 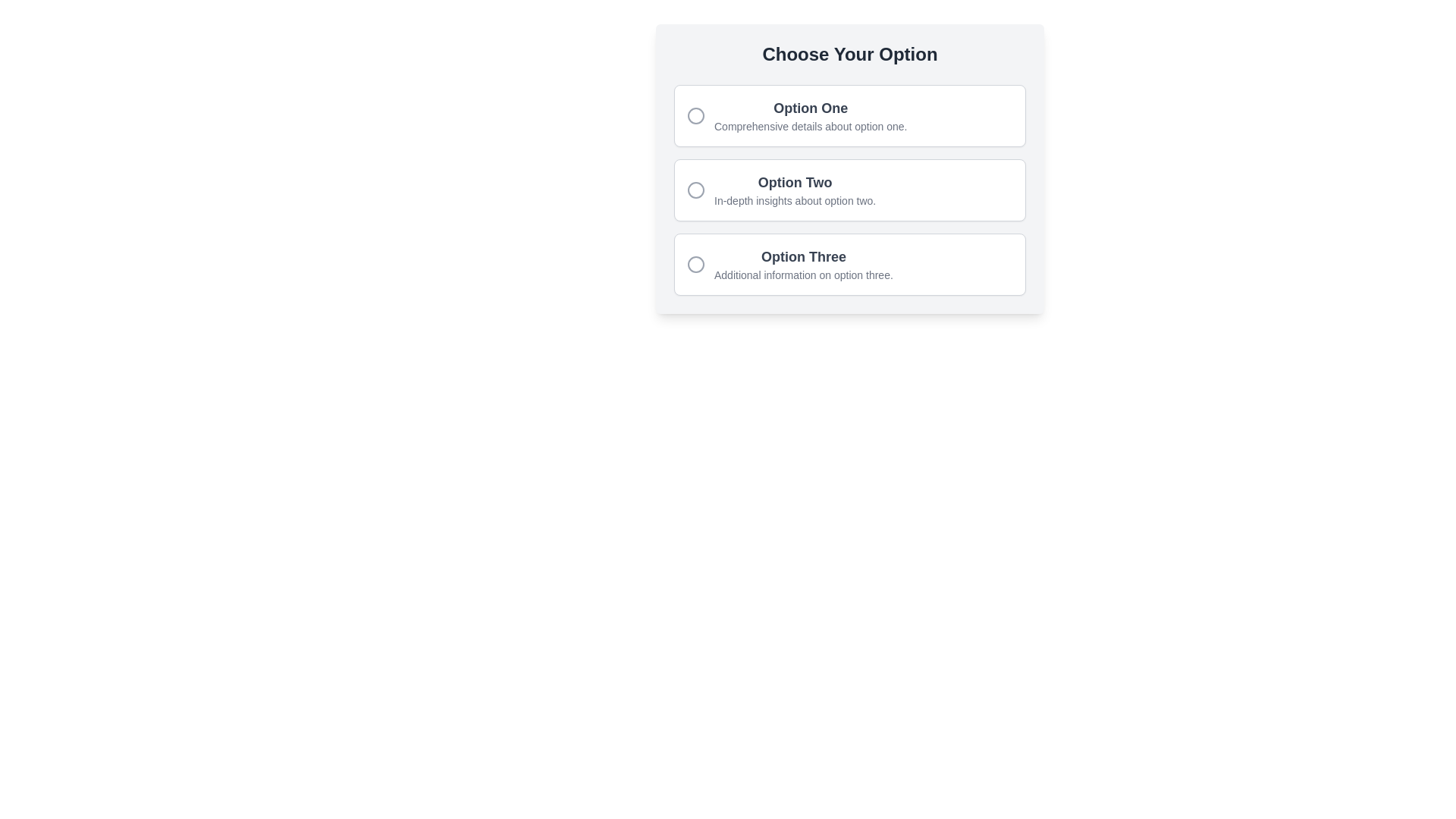 I want to click on the text label that serves as the title for the second option, so click(x=793, y=181).